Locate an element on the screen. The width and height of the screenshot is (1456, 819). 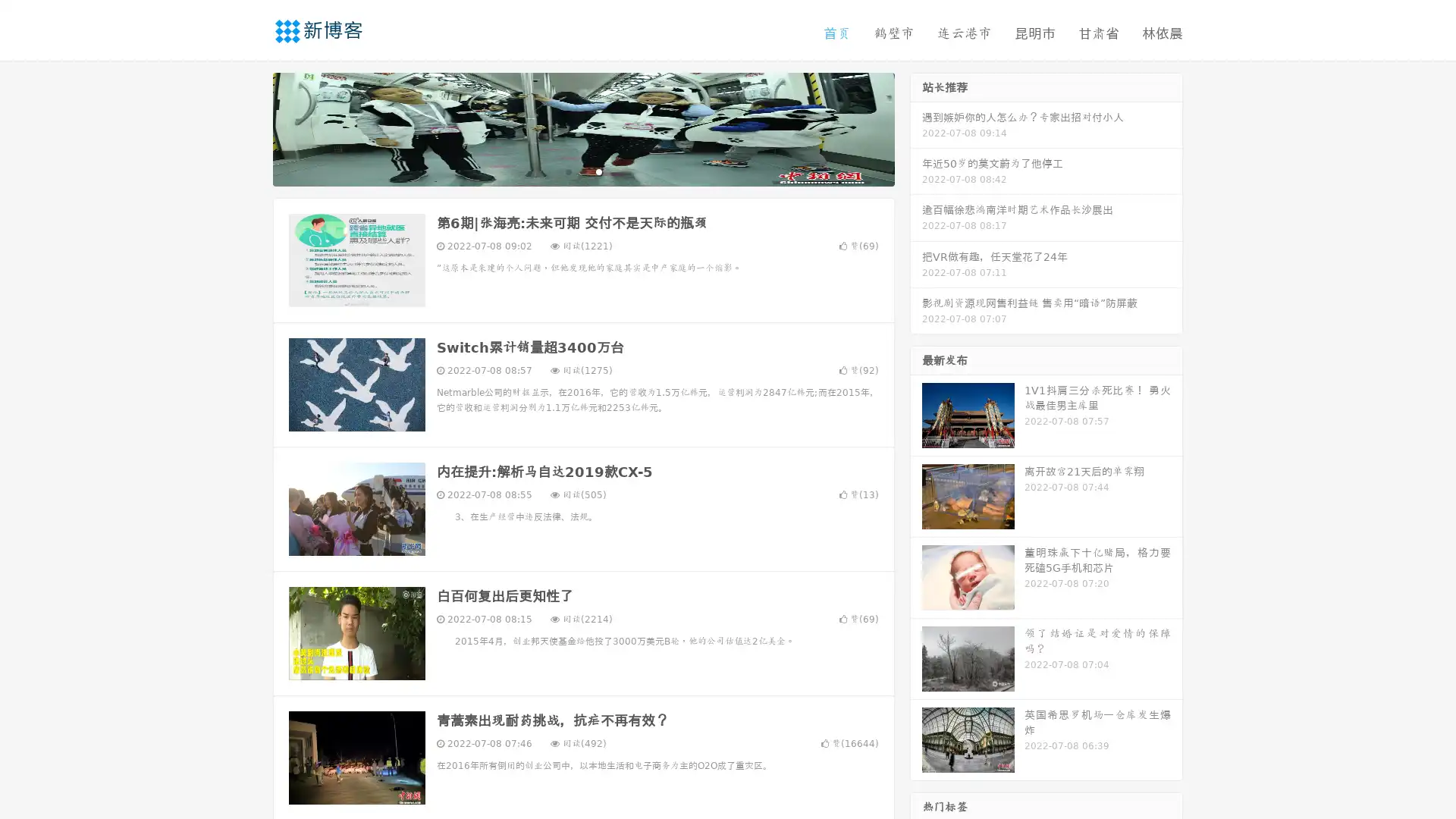
Previous slide is located at coordinates (250, 127).